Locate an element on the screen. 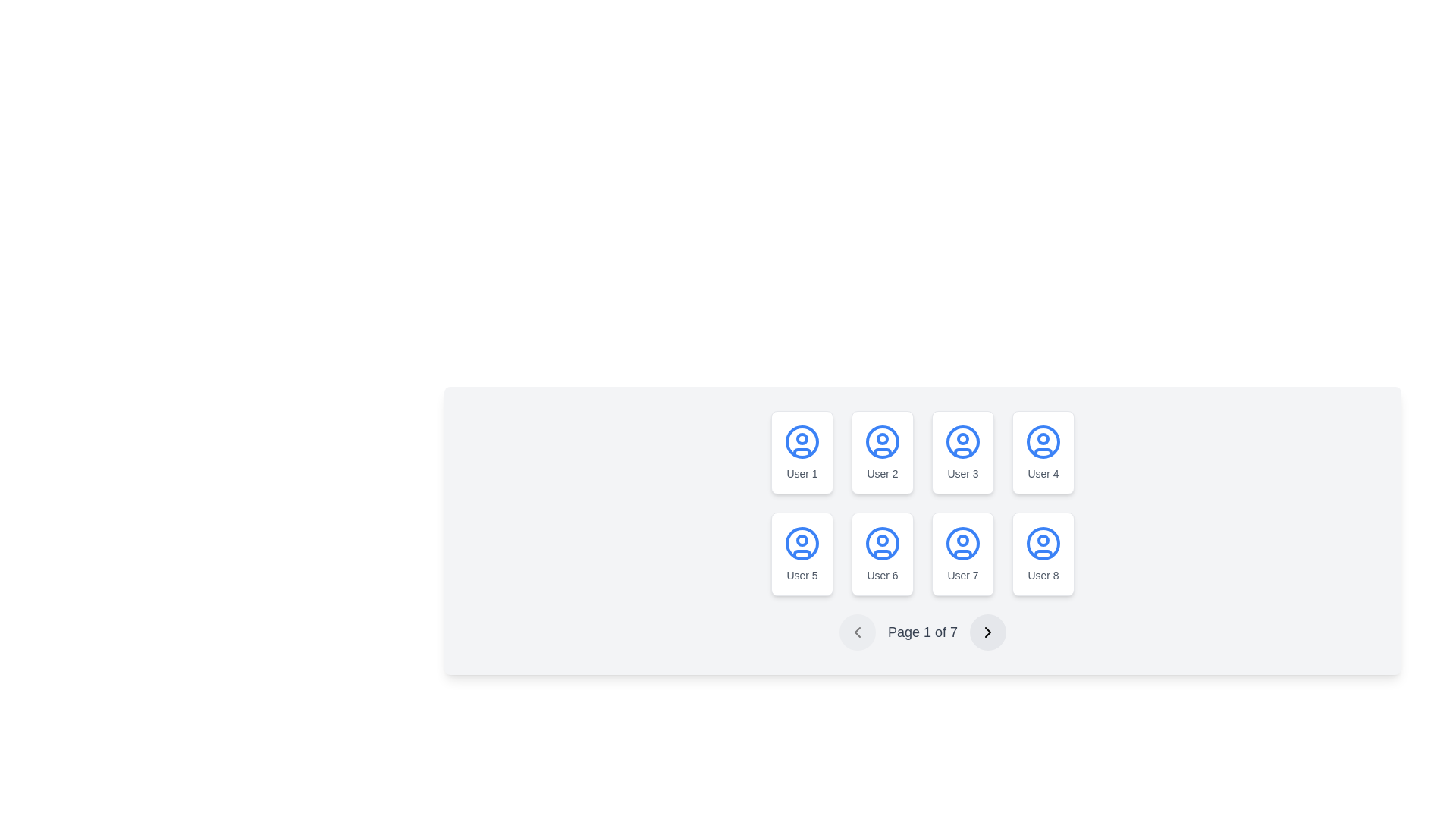 The width and height of the screenshot is (1456, 819). the bottom-most curved line of the circular user profile icon labeled 'User 8' located in the bottom-right corner of the grid layout is located at coordinates (1043, 553).